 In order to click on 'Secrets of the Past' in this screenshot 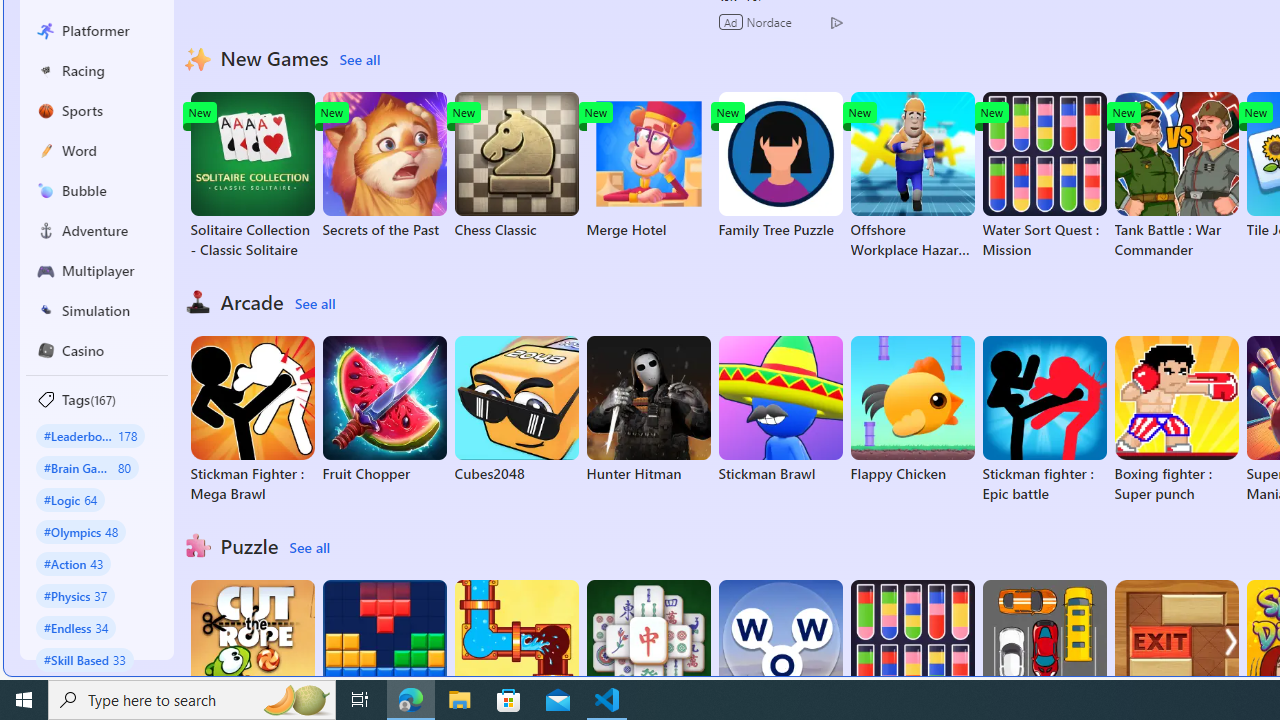, I will do `click(384, 164)`.